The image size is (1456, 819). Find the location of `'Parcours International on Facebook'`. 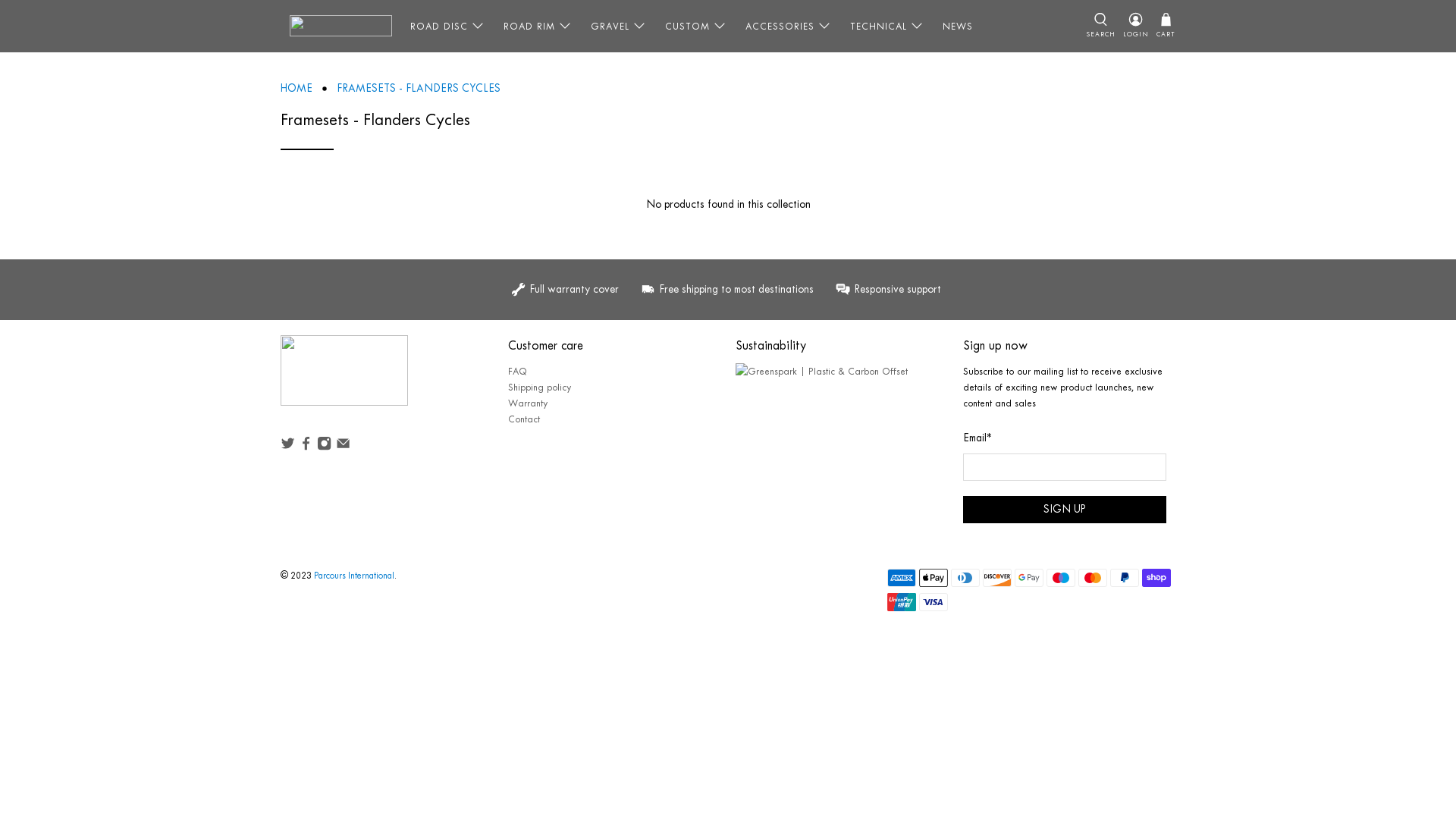

'Parcours International on Facebook' is located at coordinates (305, 446).